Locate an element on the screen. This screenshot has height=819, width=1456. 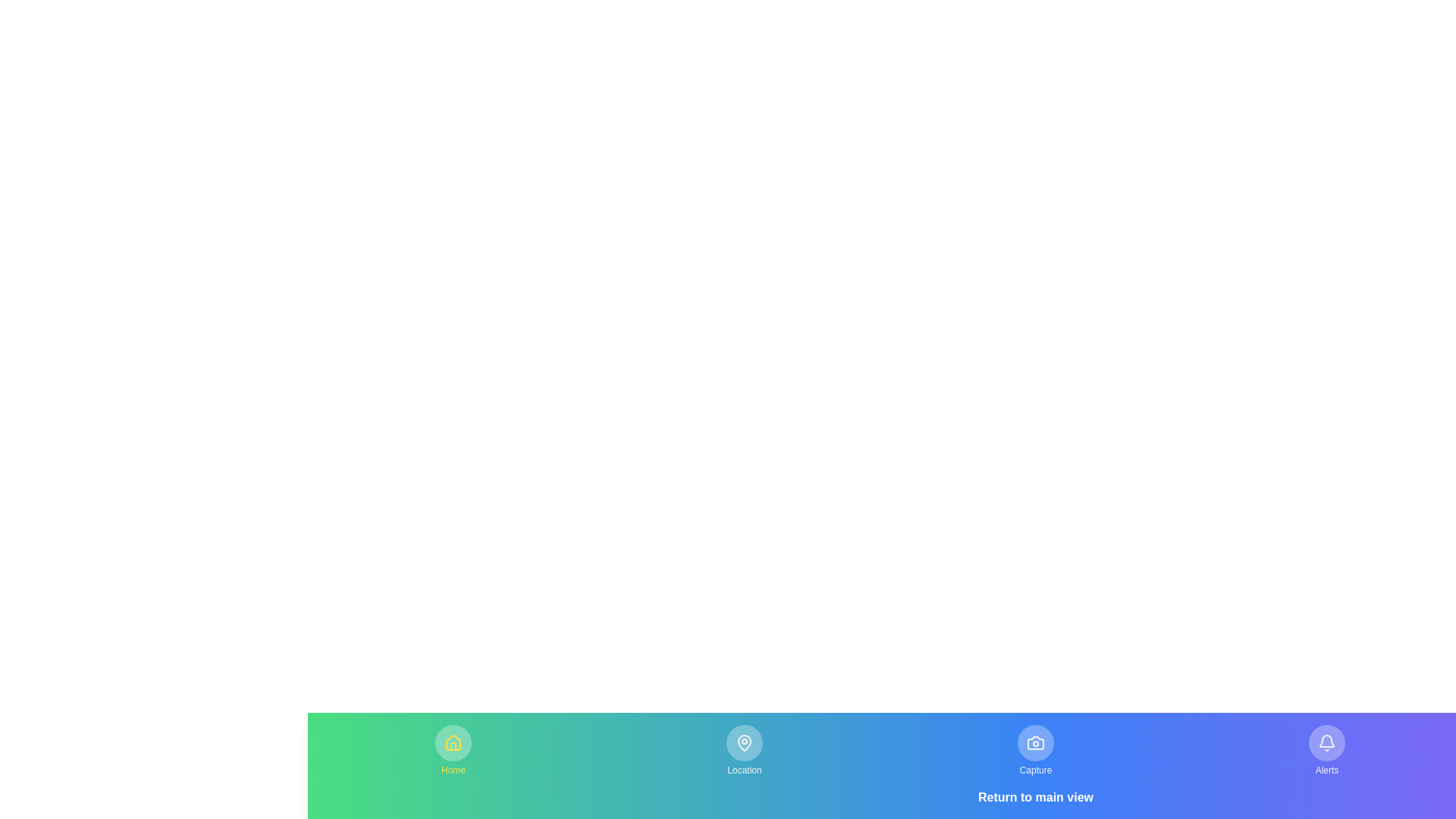
the menu item labeled Location to trigger its hover effect is located at coordinates (745, 751).